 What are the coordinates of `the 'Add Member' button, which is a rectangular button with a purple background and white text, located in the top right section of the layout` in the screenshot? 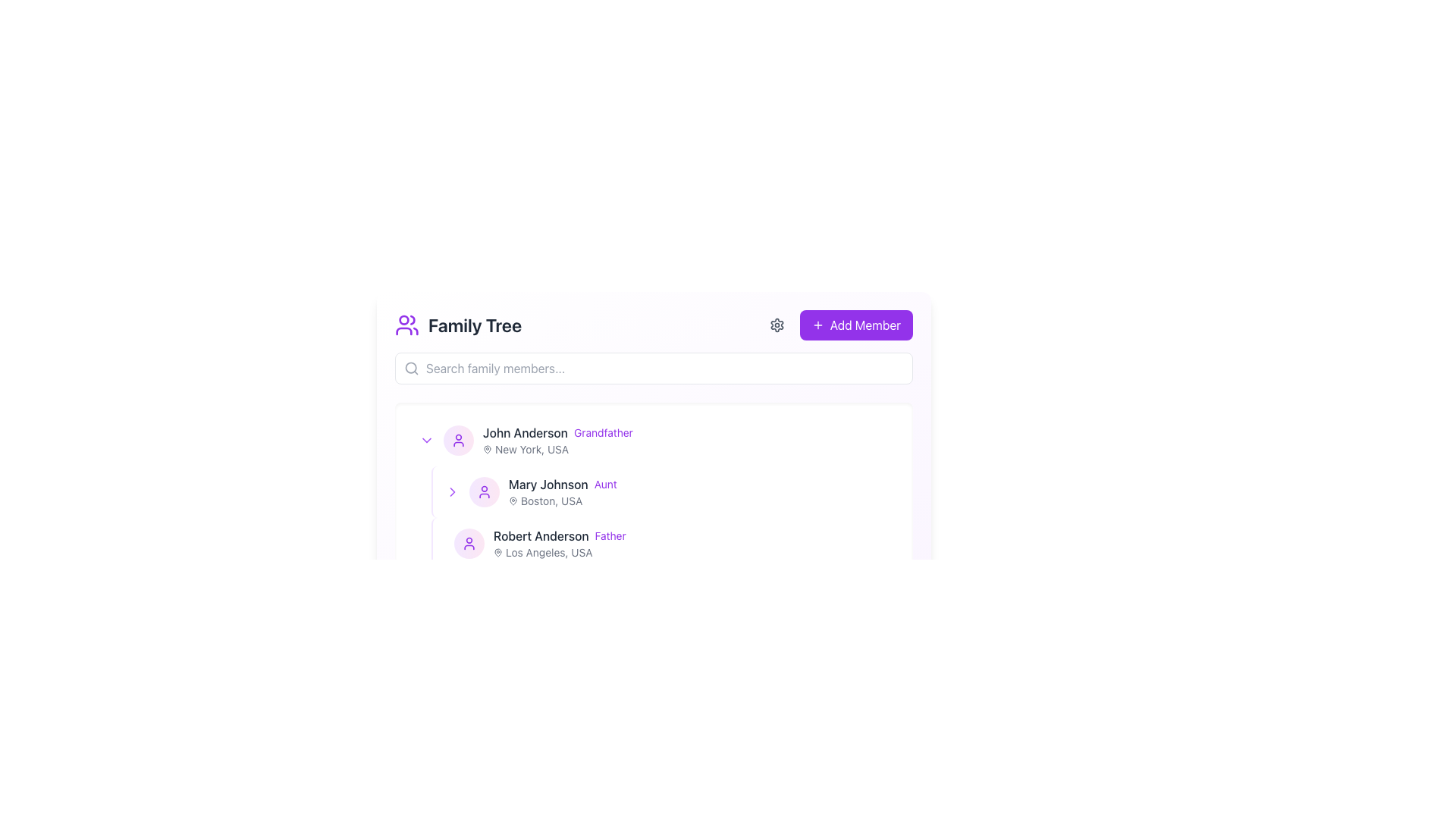 It's located at (837, 324).